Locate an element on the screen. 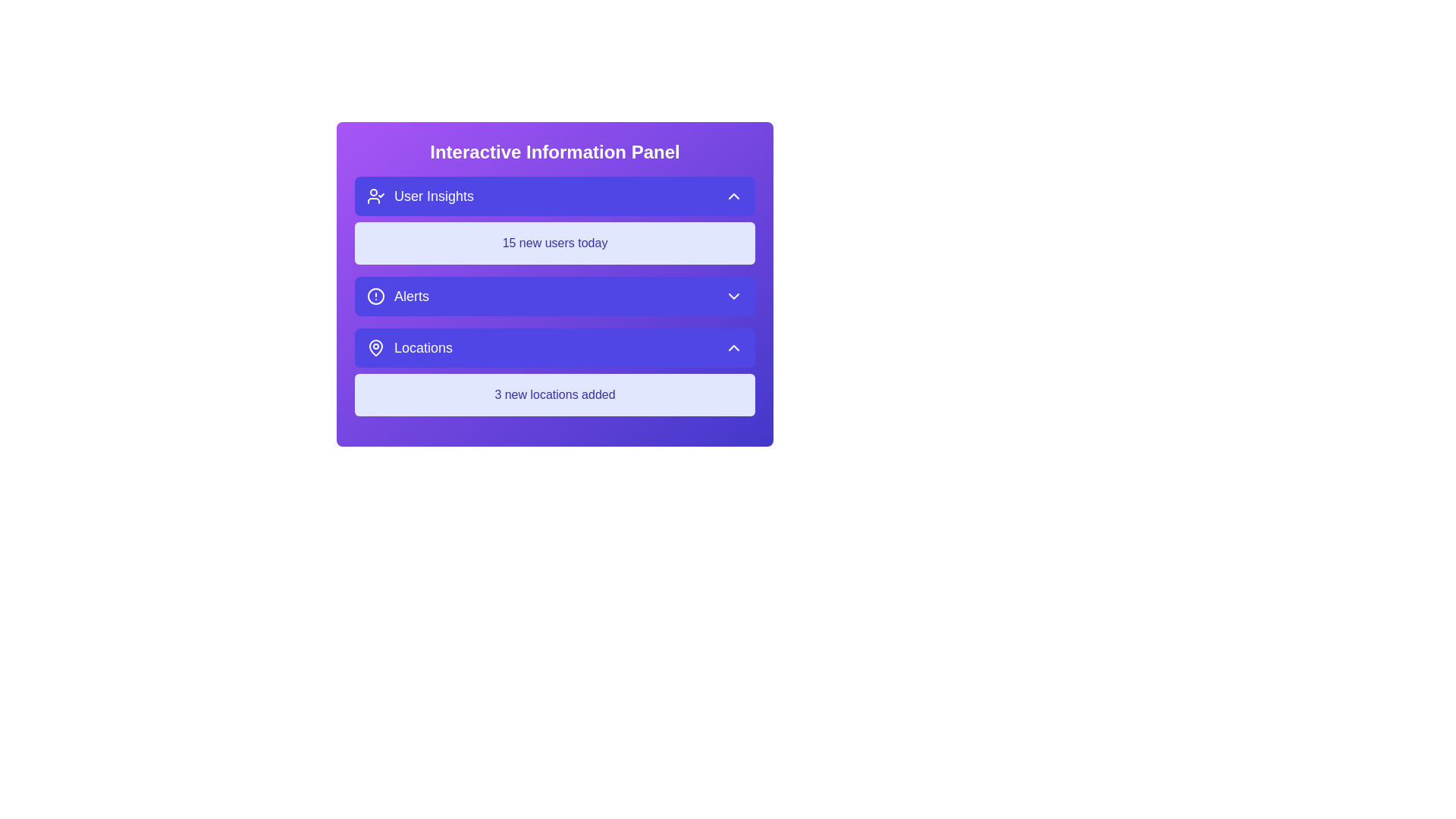  the panel button corresponding to User Insights is located at coordinates (554, 195).